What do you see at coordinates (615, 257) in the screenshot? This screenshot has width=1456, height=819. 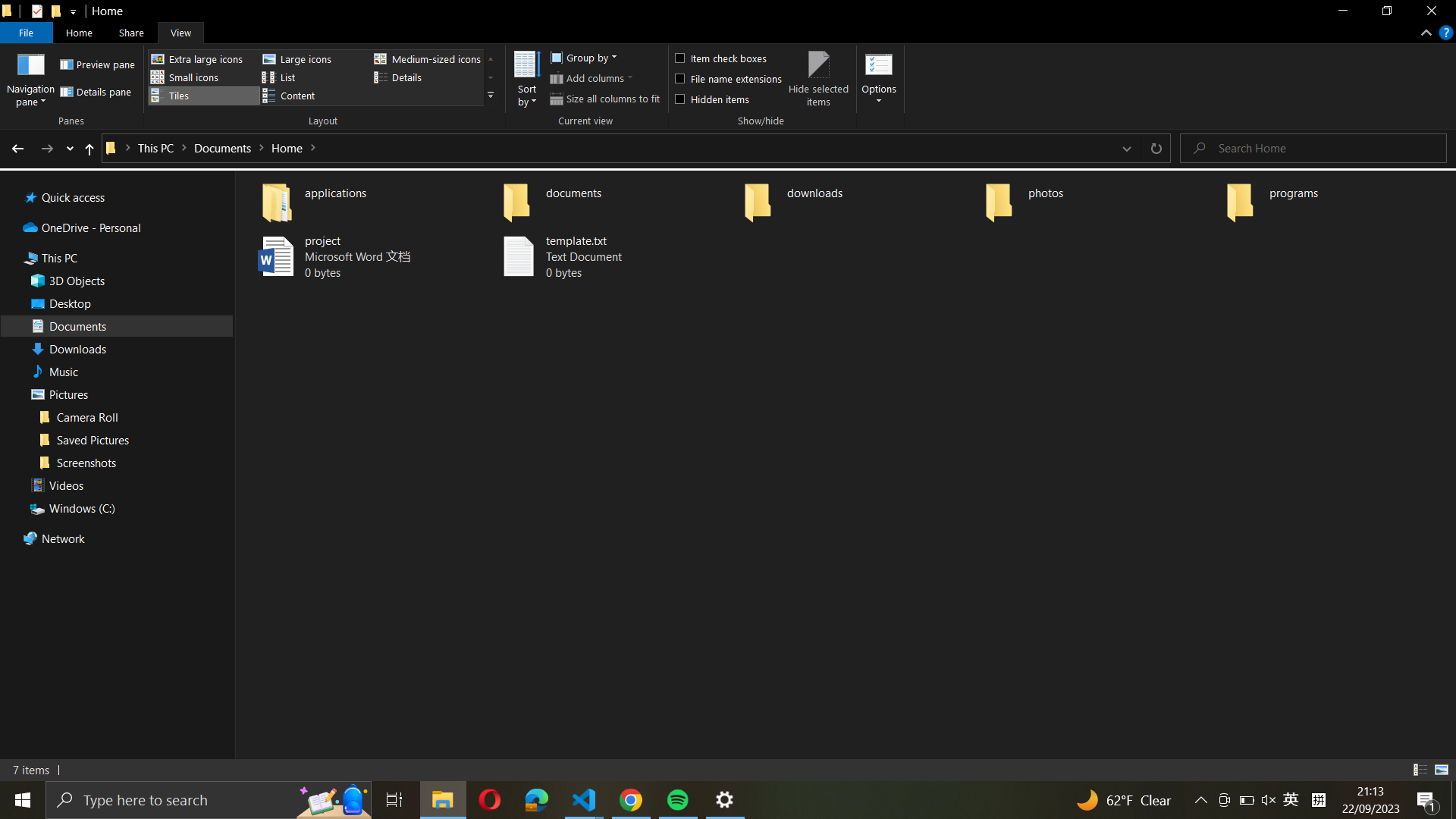 I see `Make a copy of "template.txt" and paste it in the "documents" directory solely using keyboard shortcuts` at bounding box center [615, 257].